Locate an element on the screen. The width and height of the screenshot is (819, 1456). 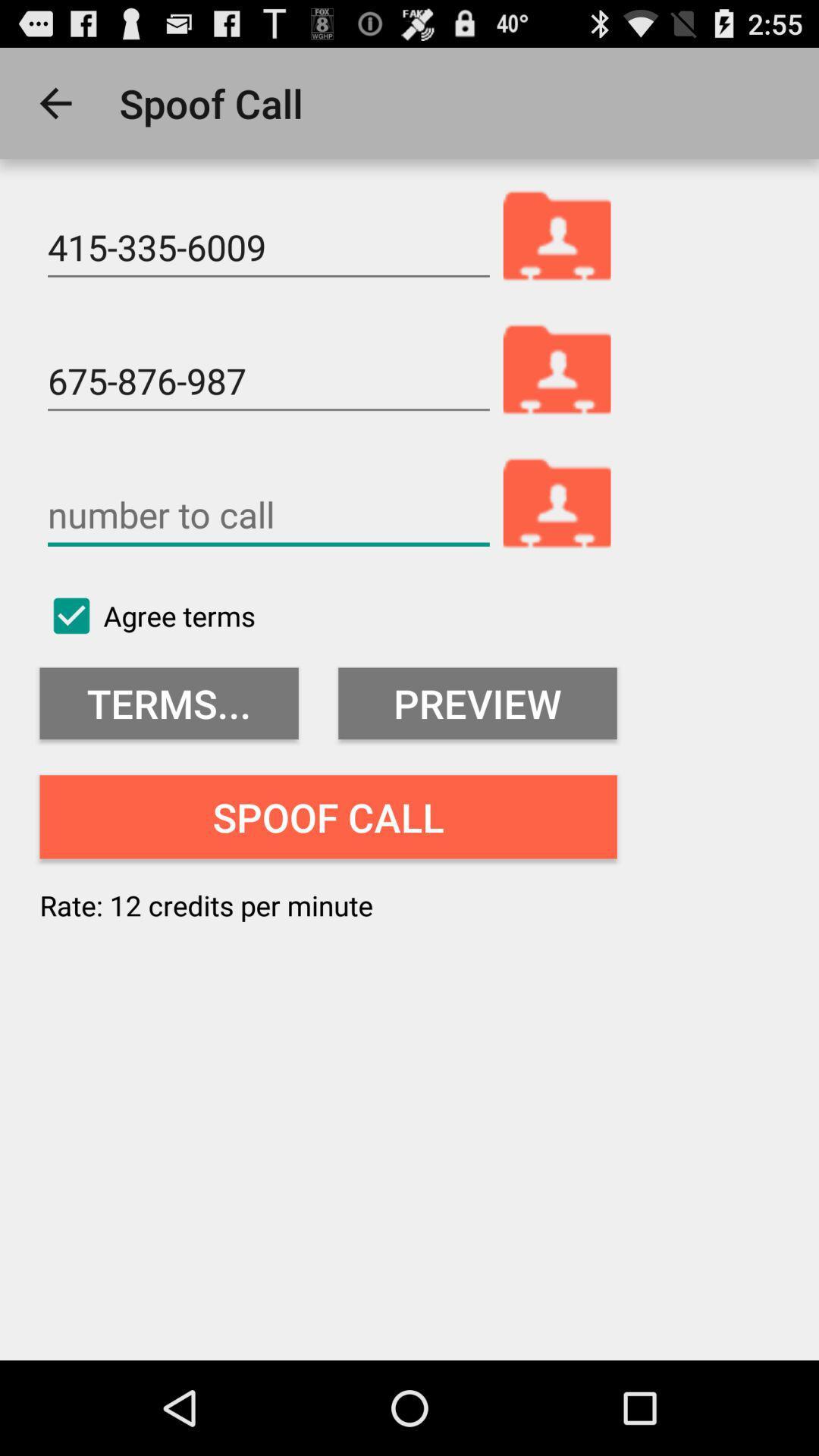
the folder icon is located at coordinates (557, 256).